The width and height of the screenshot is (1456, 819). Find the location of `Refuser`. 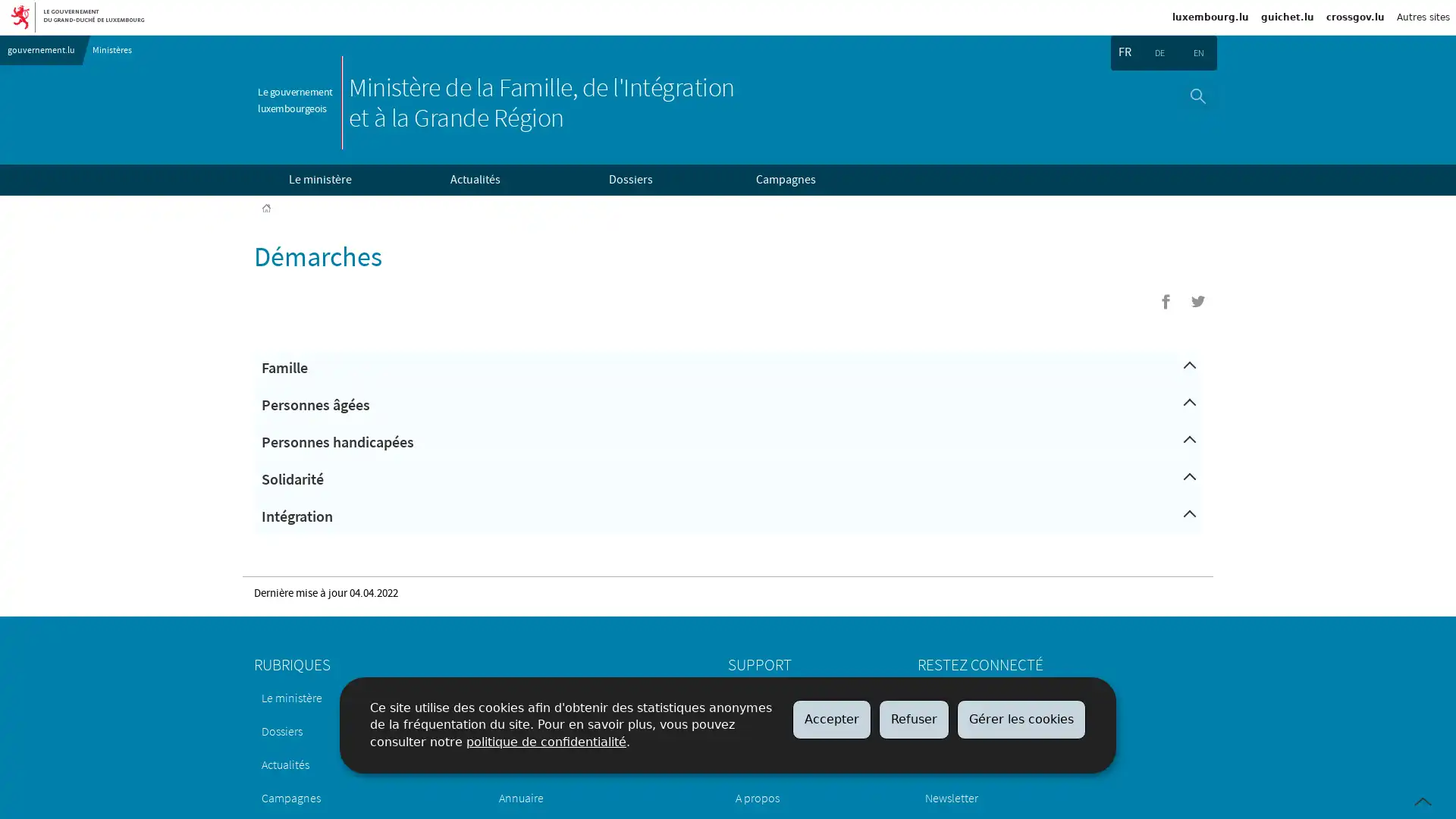

Refuser is located at coordinates (913, 718).